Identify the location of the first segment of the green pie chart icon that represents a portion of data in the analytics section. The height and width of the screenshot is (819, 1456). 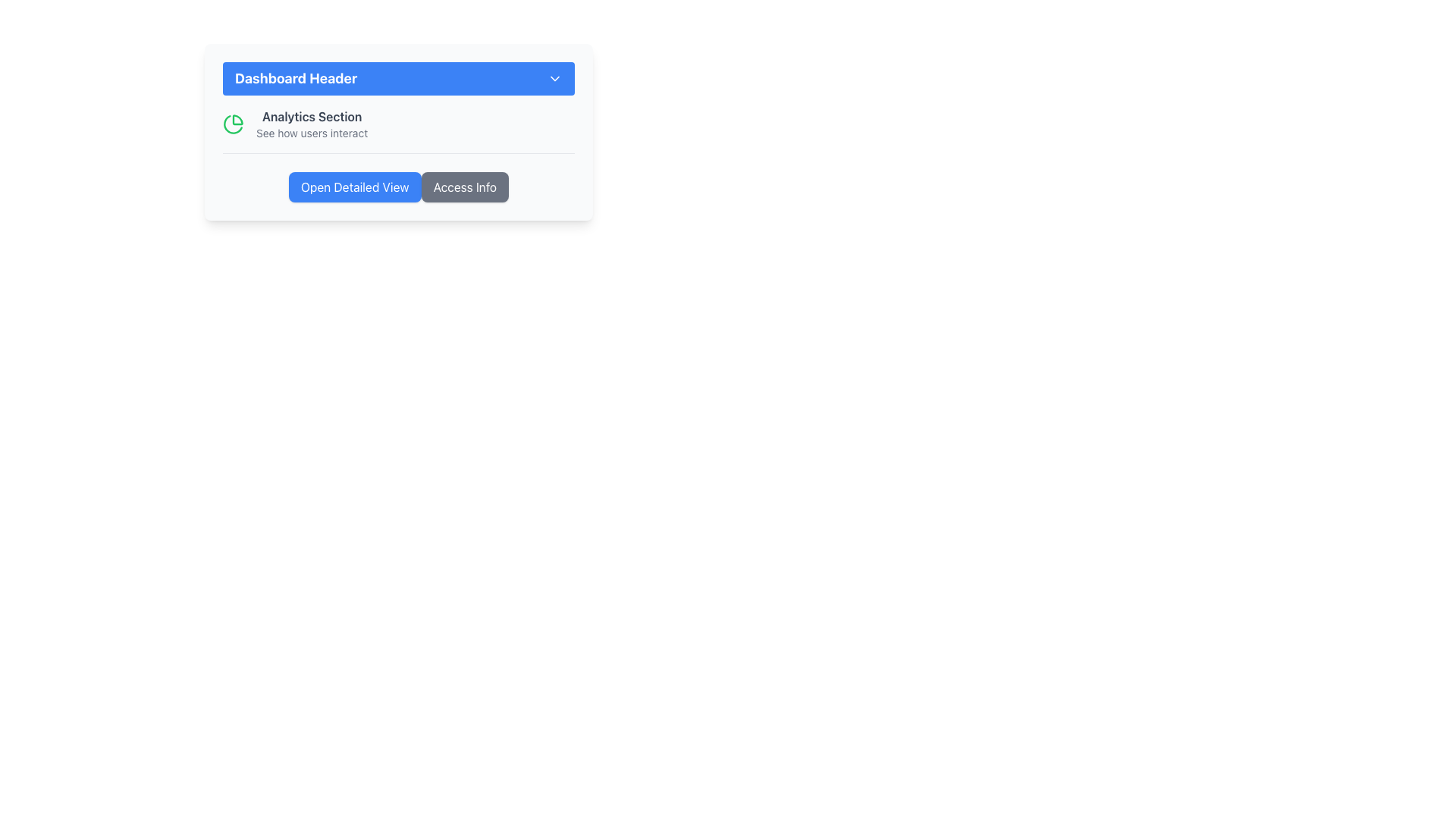
(237, 119).